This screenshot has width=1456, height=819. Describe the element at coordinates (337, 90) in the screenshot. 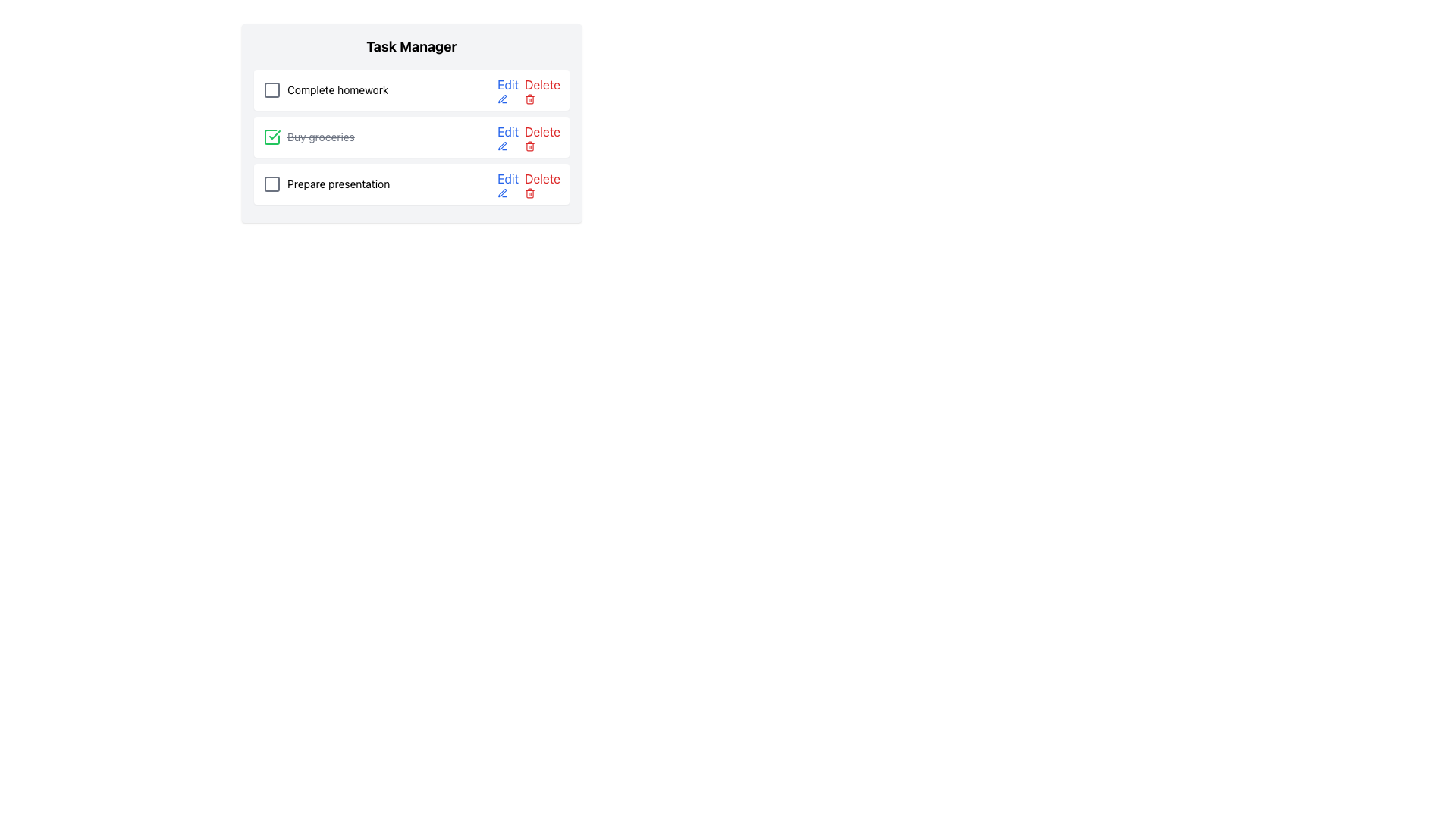

I see `text from the Text Label that describes the task, located immediately after the checkbox in the first task entry of the task manager interface` at that location.